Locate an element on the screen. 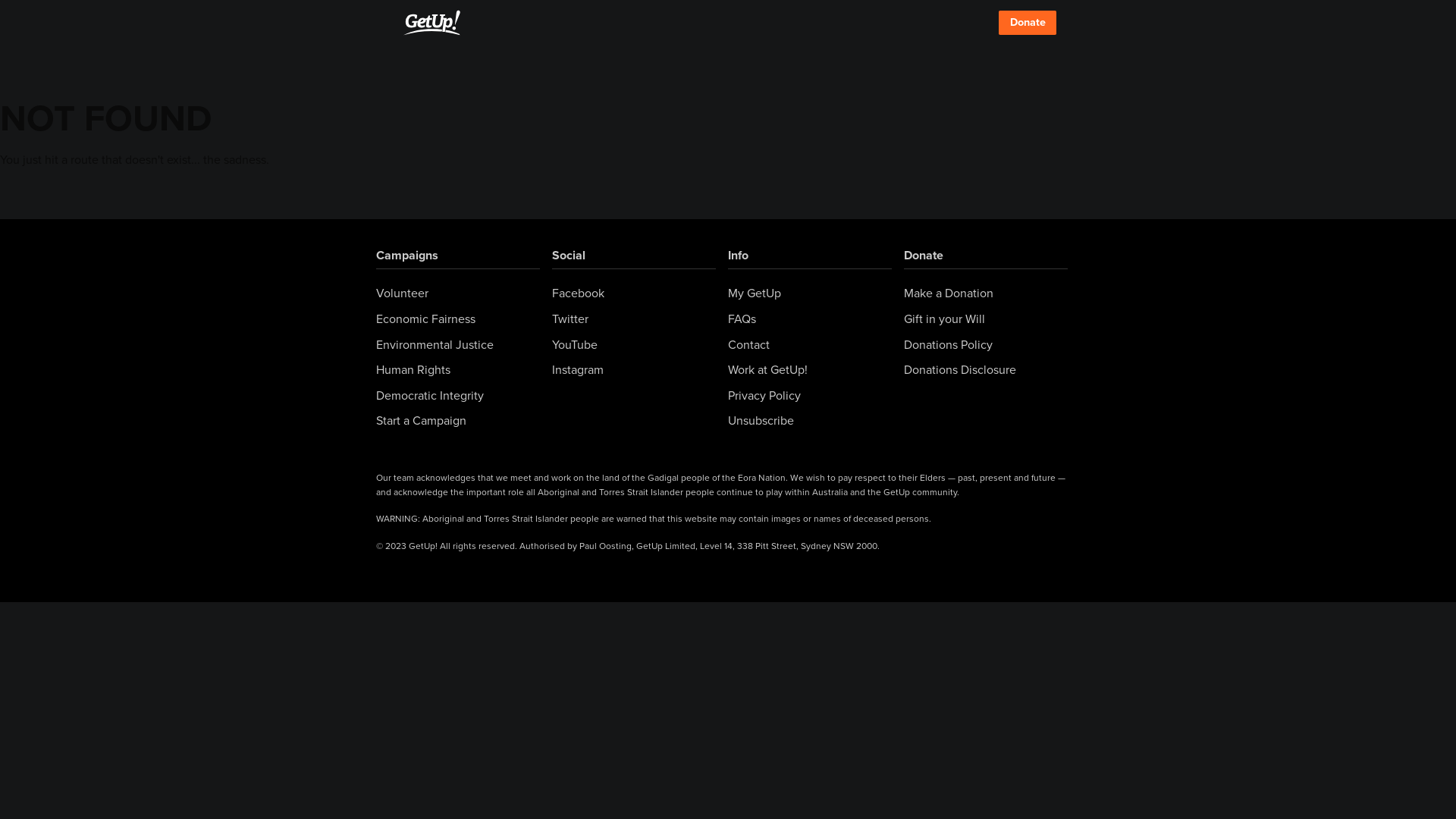 The width and height of the screenshot is (1456, 819). 'Environmental Justice' is located at coordinates (434, 345).